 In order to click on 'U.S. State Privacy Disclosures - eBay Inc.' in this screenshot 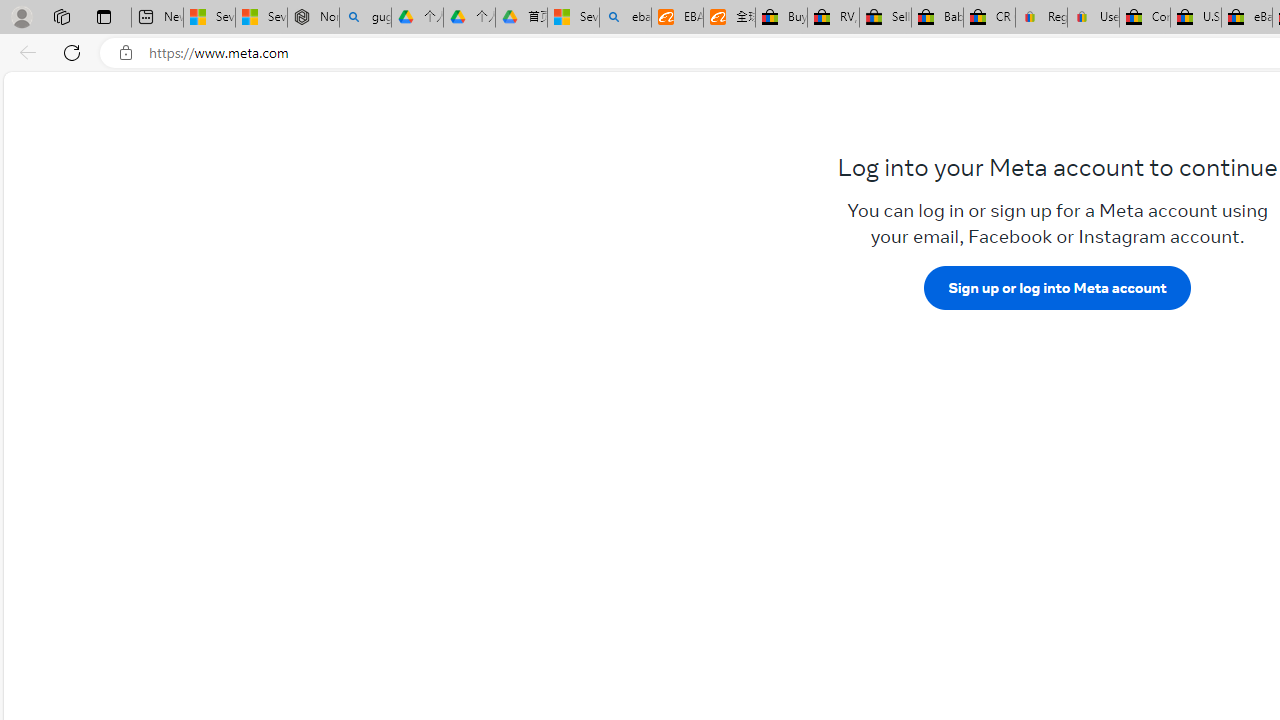, I will do `click(1196, 17)`.